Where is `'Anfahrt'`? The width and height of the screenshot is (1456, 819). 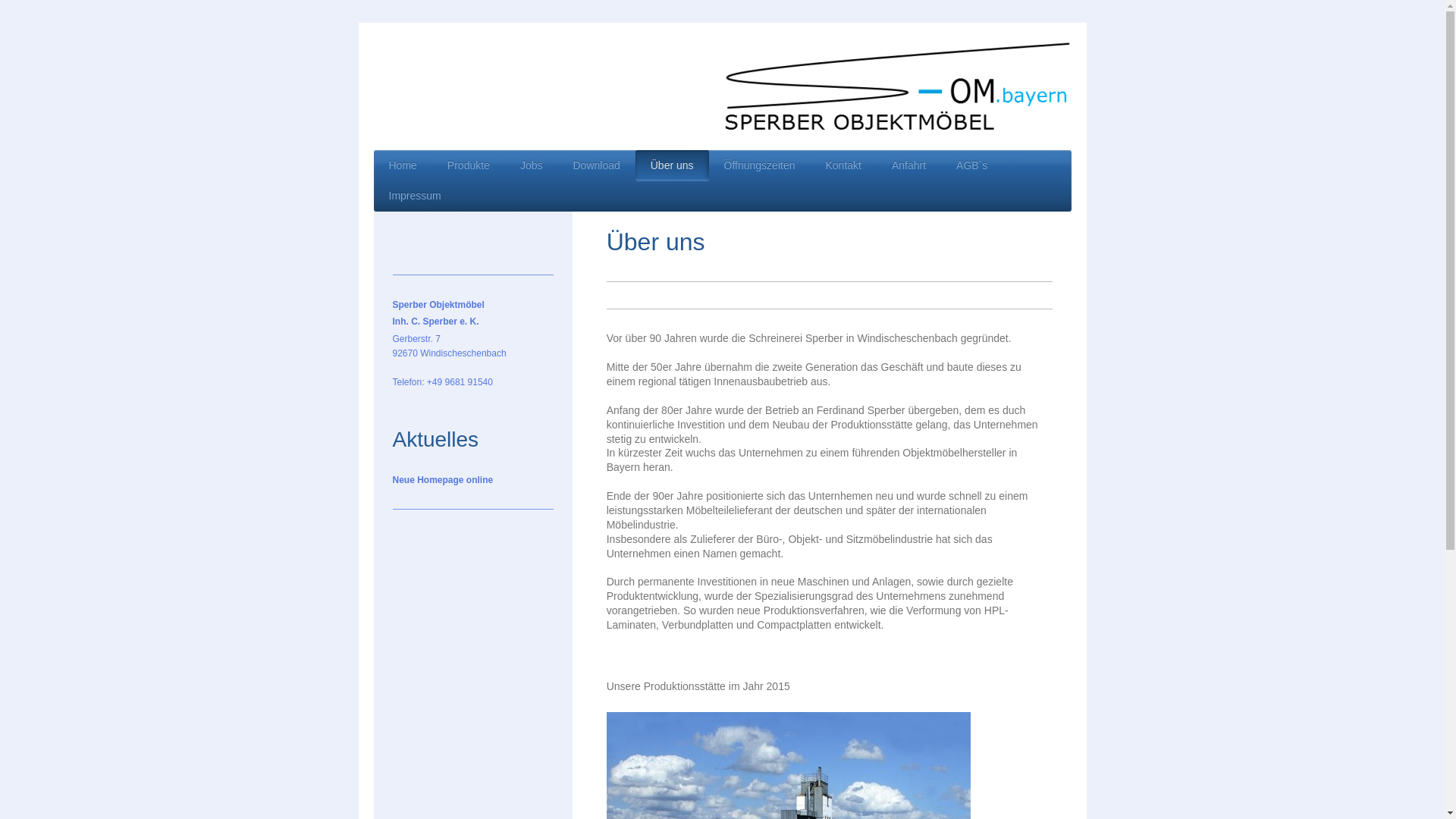
'Anfahrt' is located at coordinates (908, 165).